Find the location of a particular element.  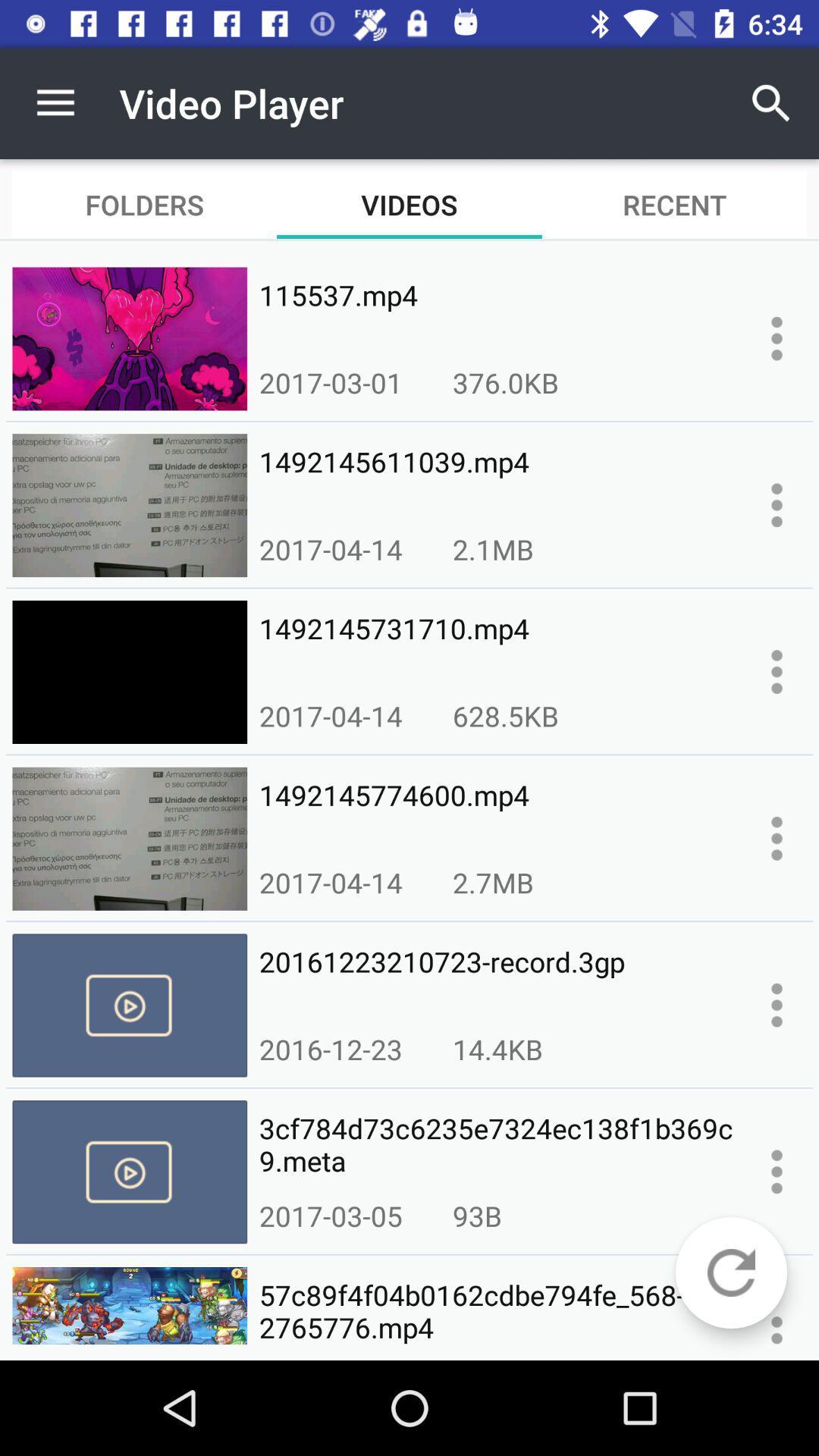

the refresh icon is located at coordinates (730, 1272).